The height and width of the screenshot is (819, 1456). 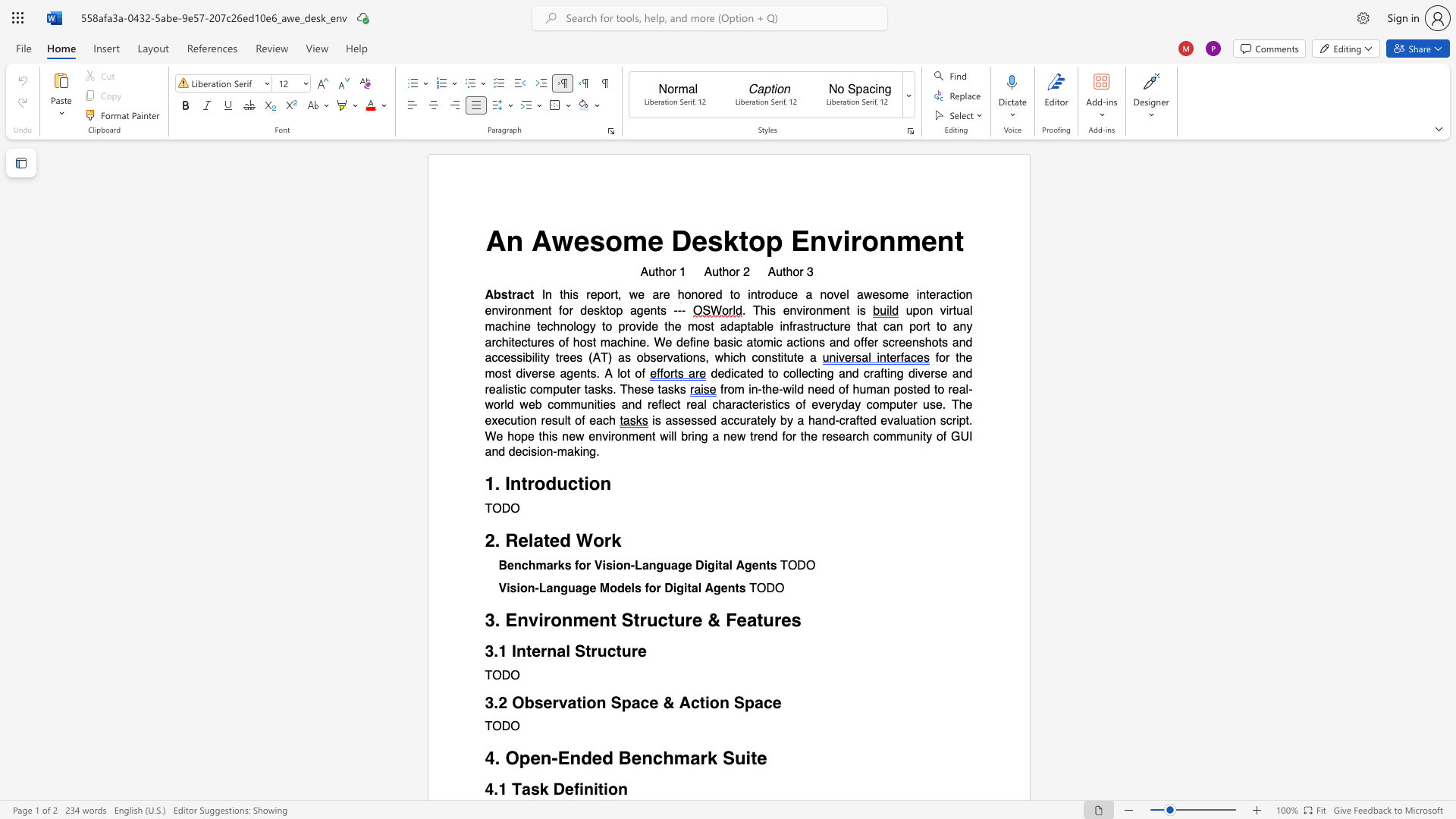 I want to click on the space between the continuous character "e" and "w" in the text, so click(x=575, y=436).